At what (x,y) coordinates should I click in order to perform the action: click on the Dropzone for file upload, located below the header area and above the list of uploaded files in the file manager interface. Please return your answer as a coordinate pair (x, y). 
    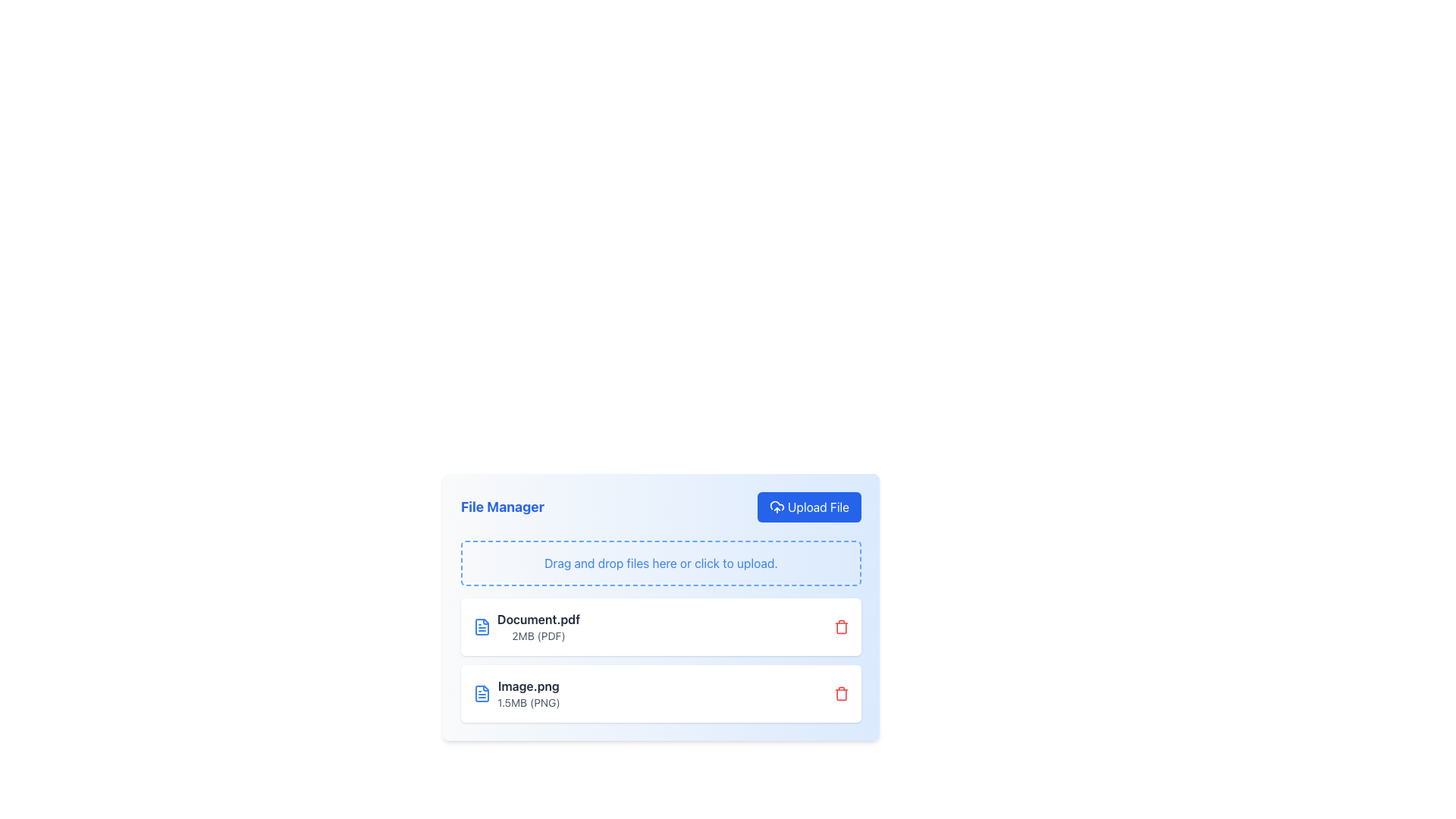
    Looking at the image, I should click on (661, 563).